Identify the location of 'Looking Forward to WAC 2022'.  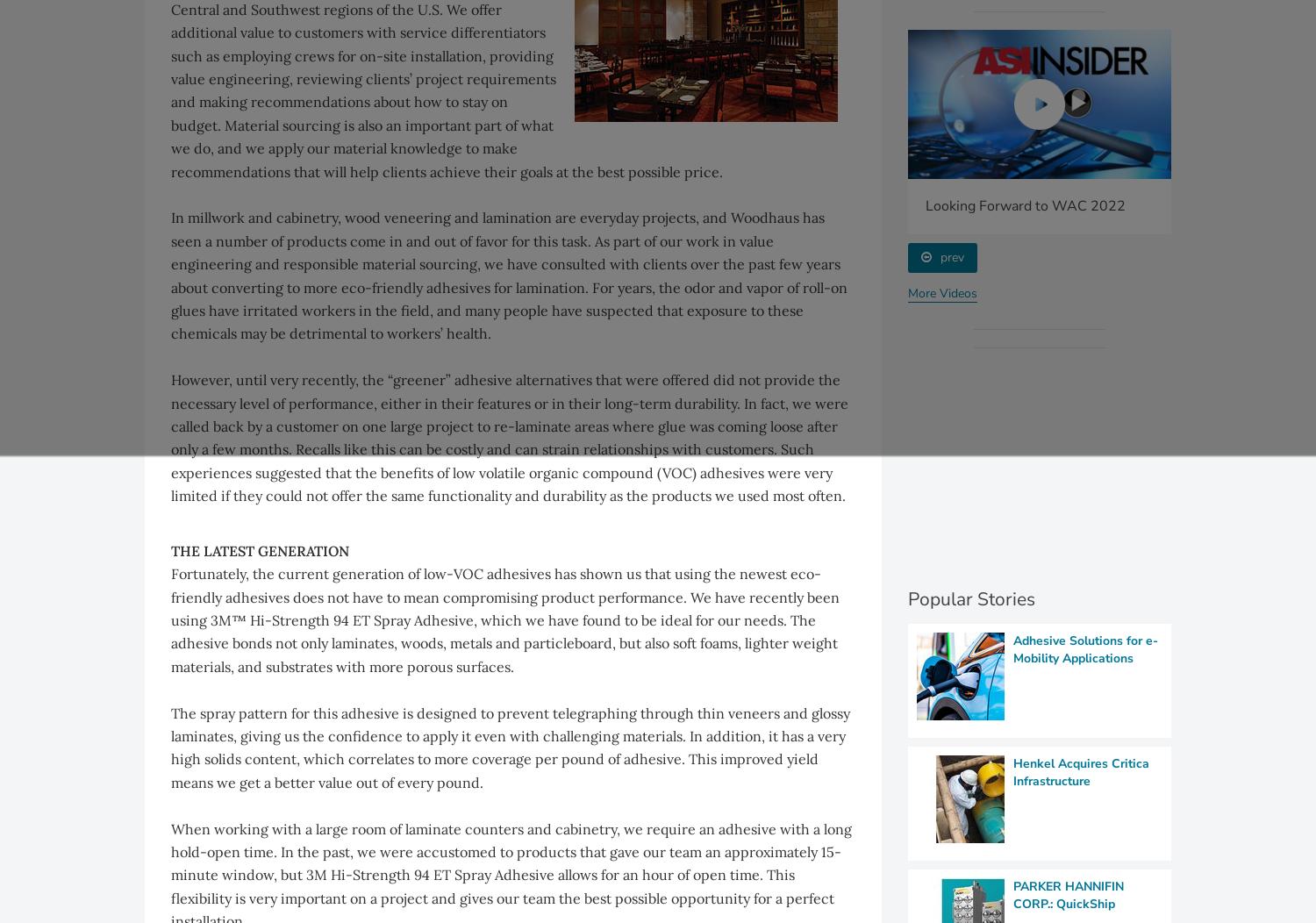
(1025, 204).